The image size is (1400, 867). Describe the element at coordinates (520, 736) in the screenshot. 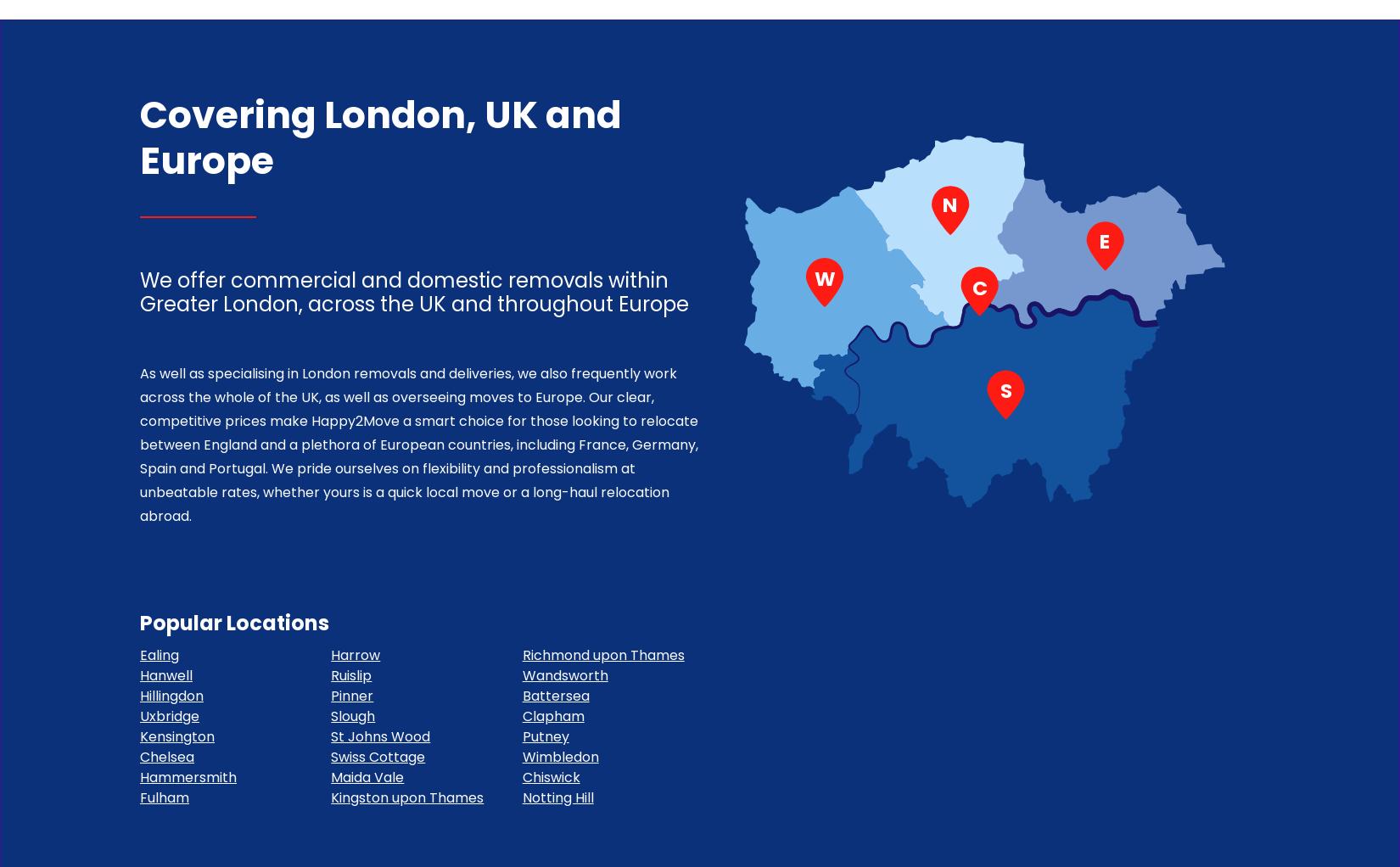

I see `'Putney'` at that location.